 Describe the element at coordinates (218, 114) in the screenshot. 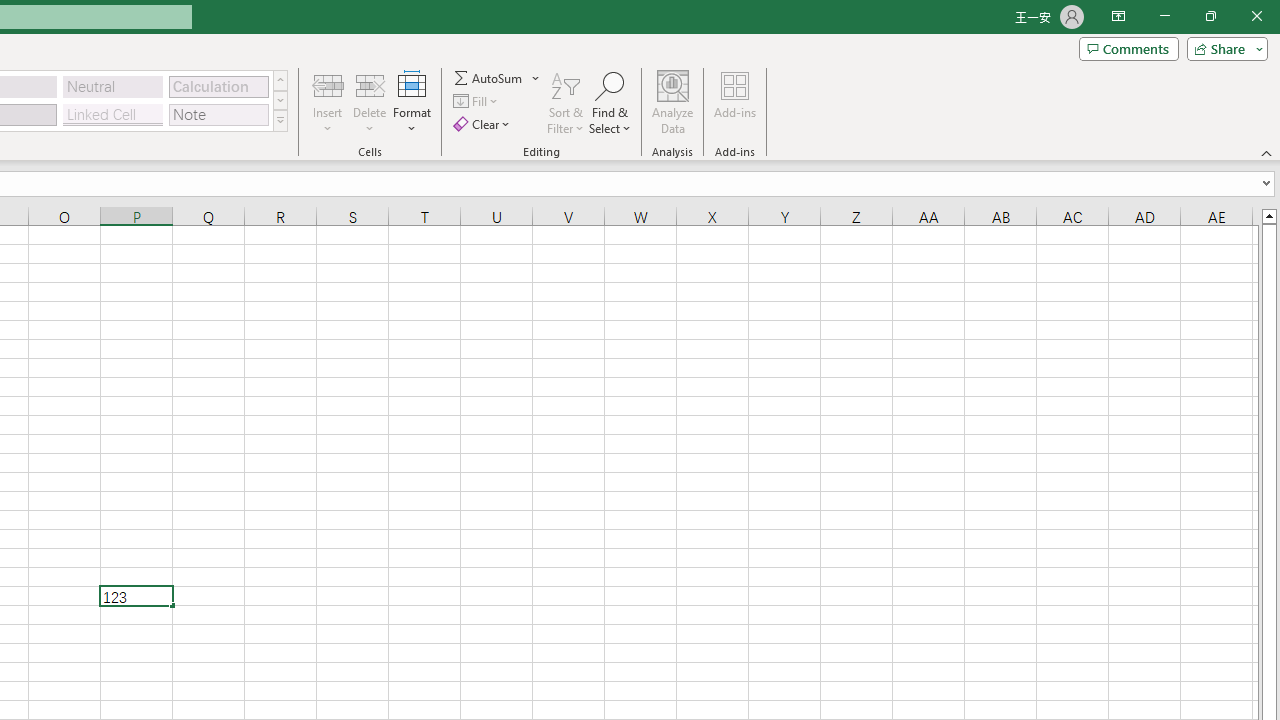

I see `'Note'` at that location.